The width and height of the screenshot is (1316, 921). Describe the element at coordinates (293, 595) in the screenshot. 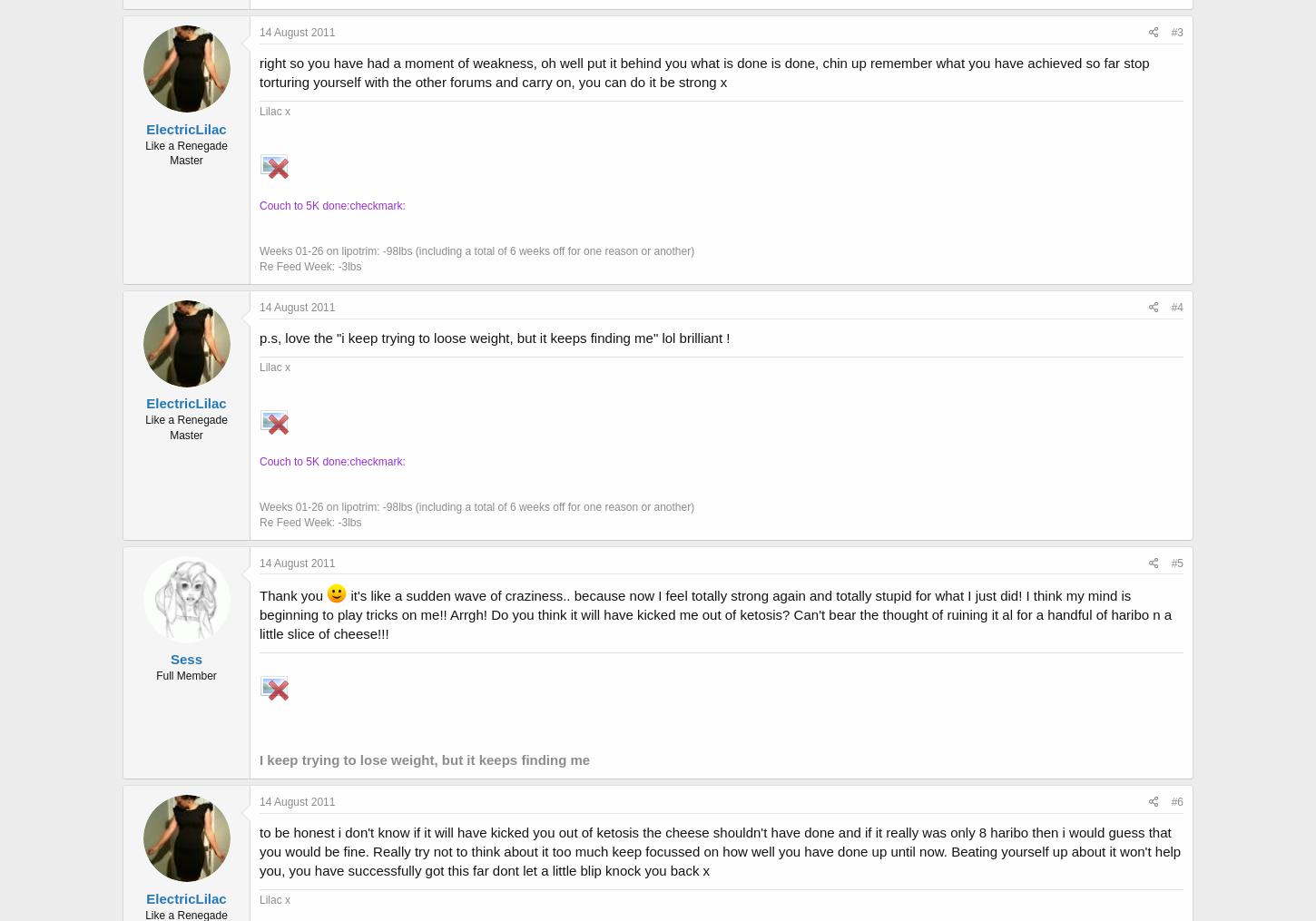

I see `'Thank you'` at that location.